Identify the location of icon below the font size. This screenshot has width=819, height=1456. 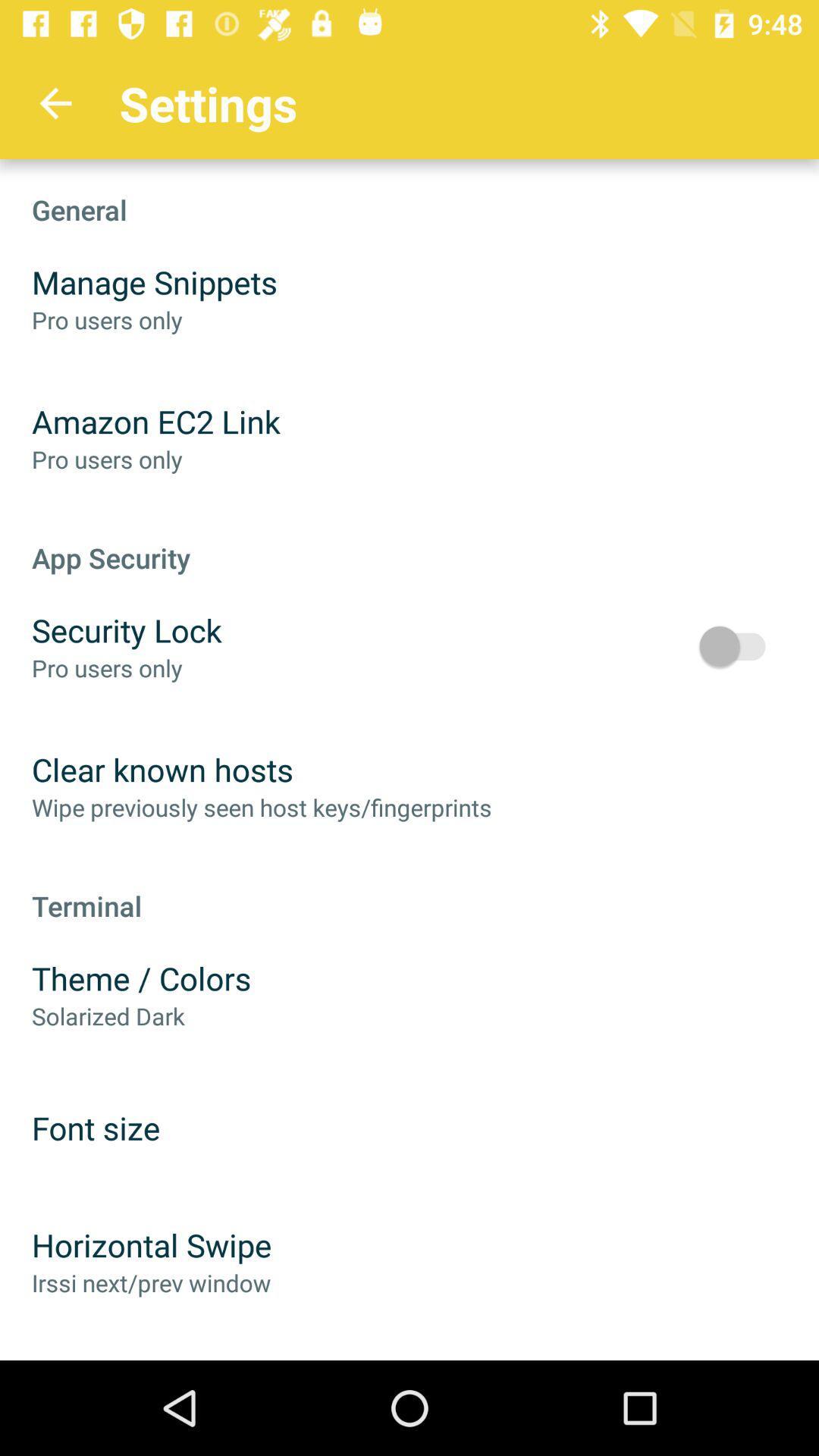
(152, 1244).